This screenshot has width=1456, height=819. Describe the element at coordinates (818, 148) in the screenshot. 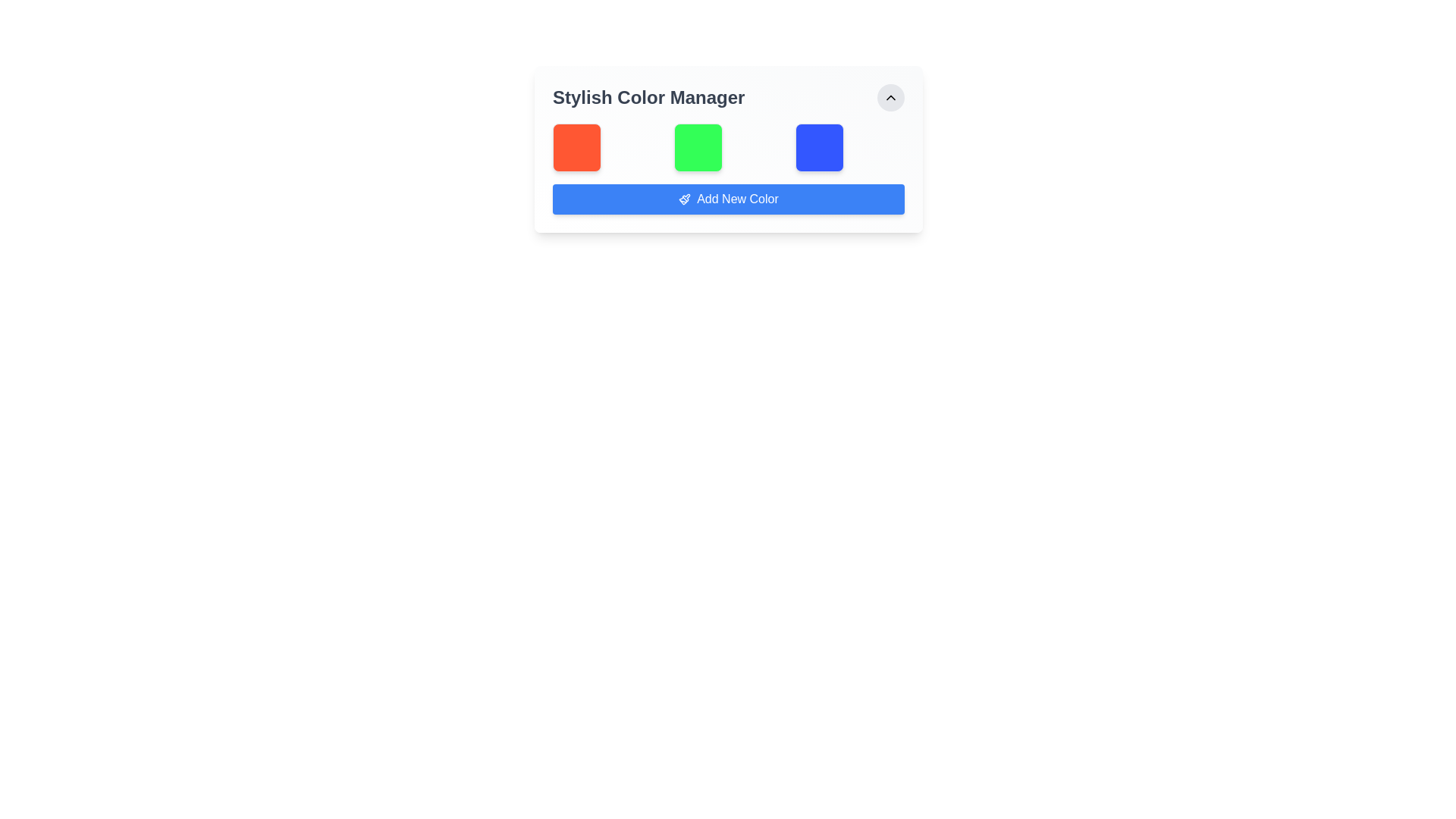

I see `the selectable color block representing the color blue, which is the third box in the row under 'Stylish Color Manager'` at that location.